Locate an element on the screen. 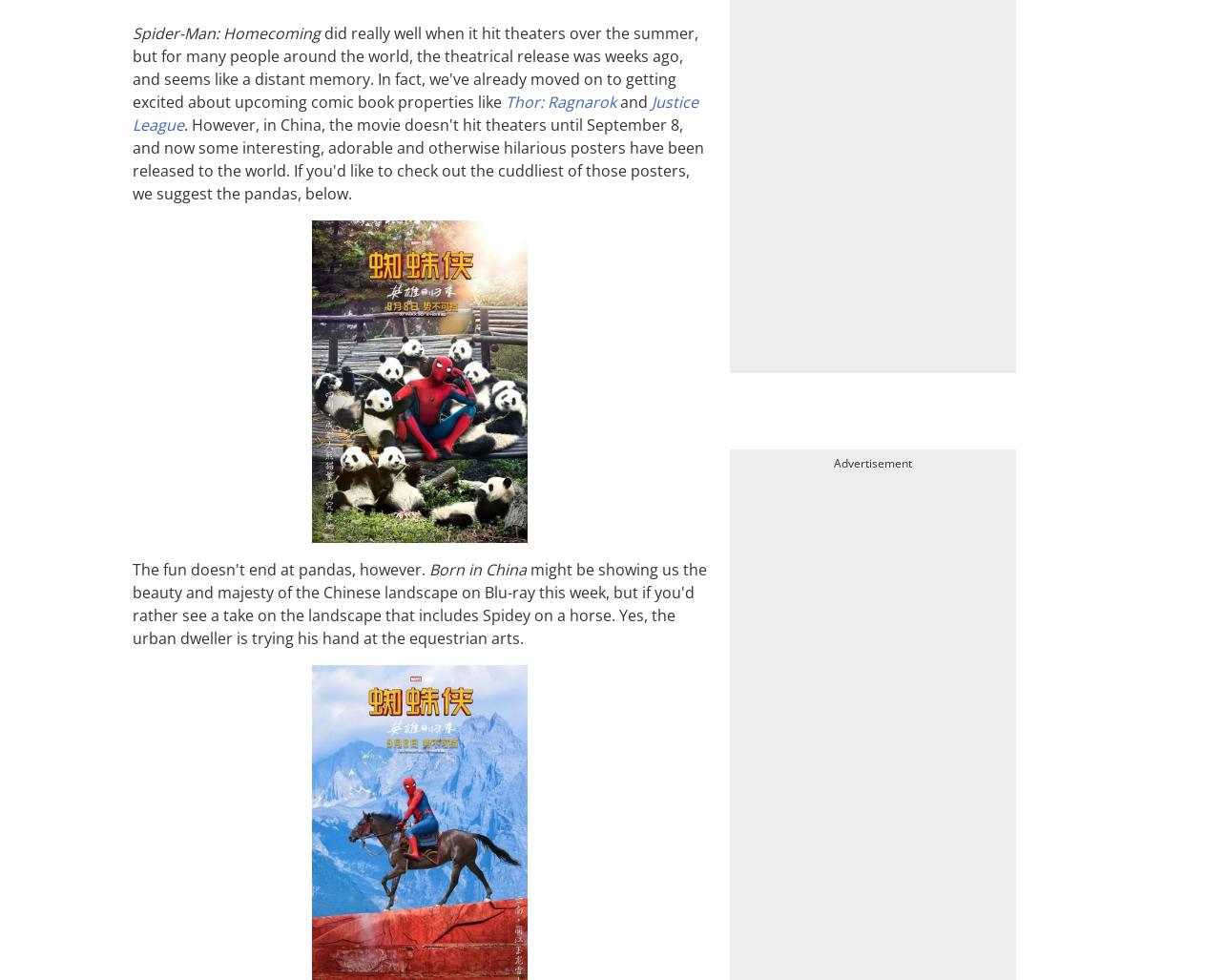  'Advertisement' is located at coordinates (873, 463).